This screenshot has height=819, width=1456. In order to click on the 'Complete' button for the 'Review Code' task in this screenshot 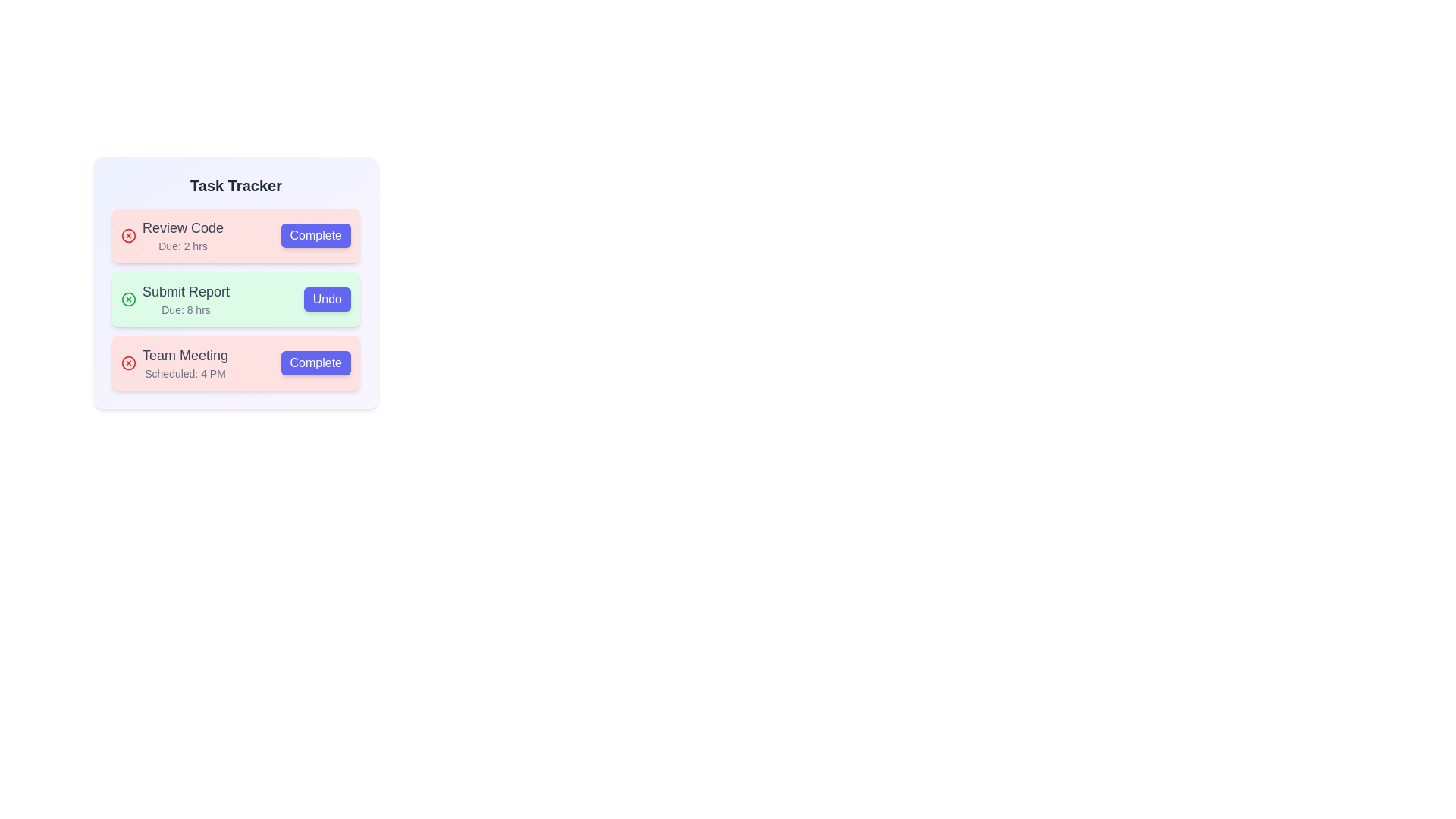, I will do `click(315, 236)`.